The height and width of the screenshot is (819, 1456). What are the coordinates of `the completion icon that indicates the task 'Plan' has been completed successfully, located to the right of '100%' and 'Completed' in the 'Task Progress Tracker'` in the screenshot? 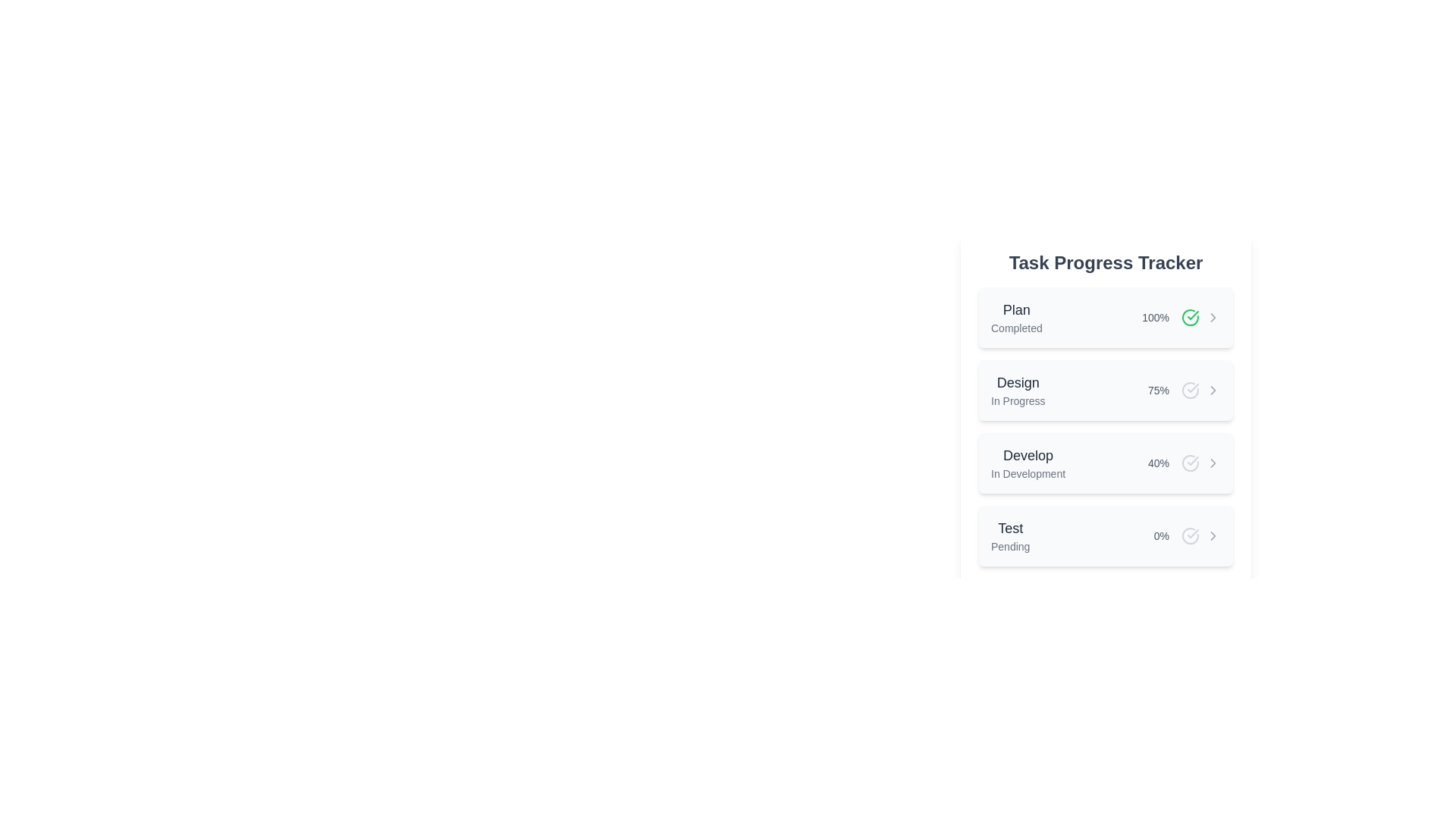 It's located at (1189, 317).